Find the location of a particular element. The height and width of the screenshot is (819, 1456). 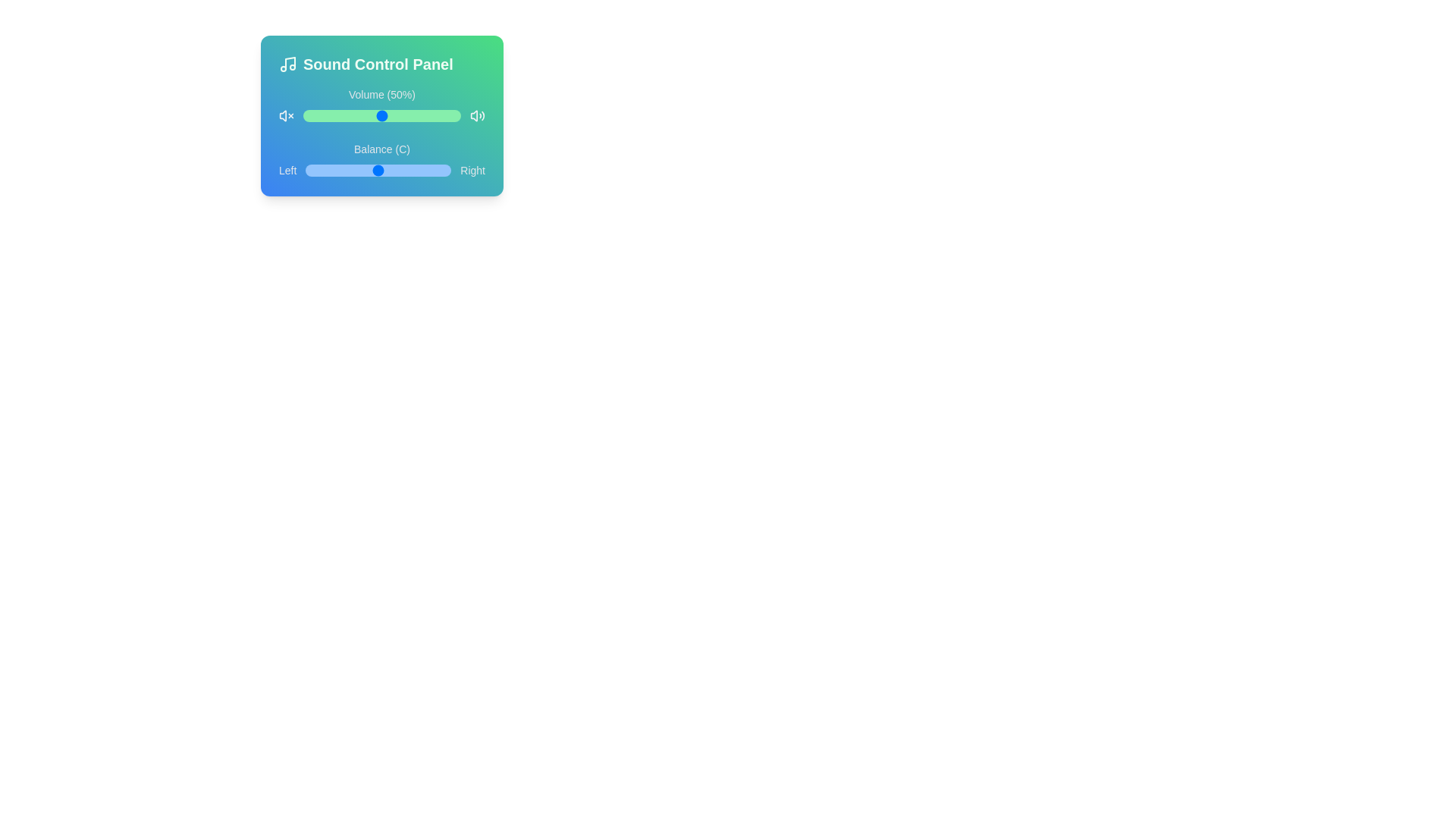

balance is located at coordinates (427, 170).